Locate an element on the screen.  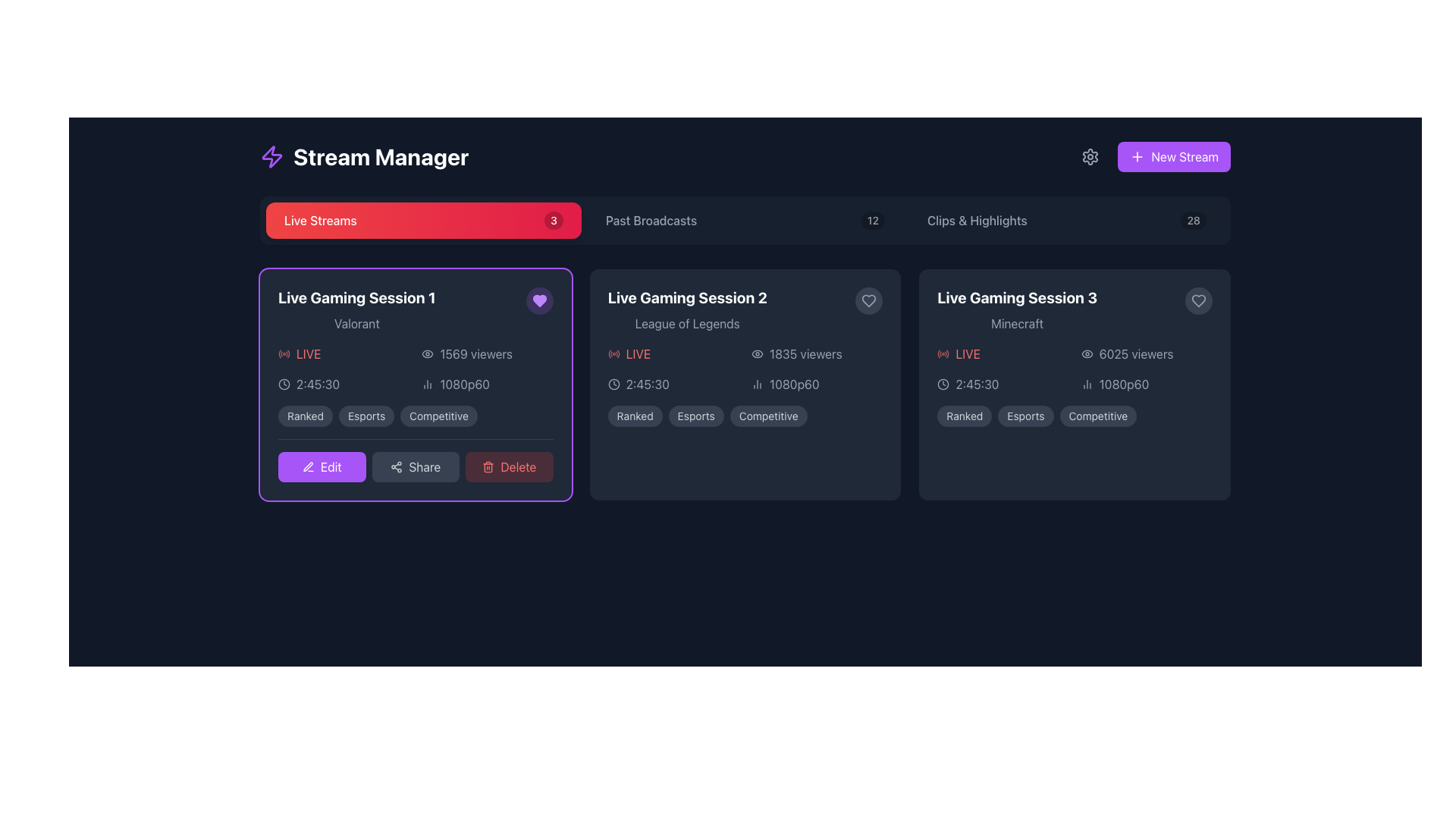
the viewer count text located on the right side of the eye icon within the 'Live Gaming Session 3' card is located at coordinates (1136, 353).